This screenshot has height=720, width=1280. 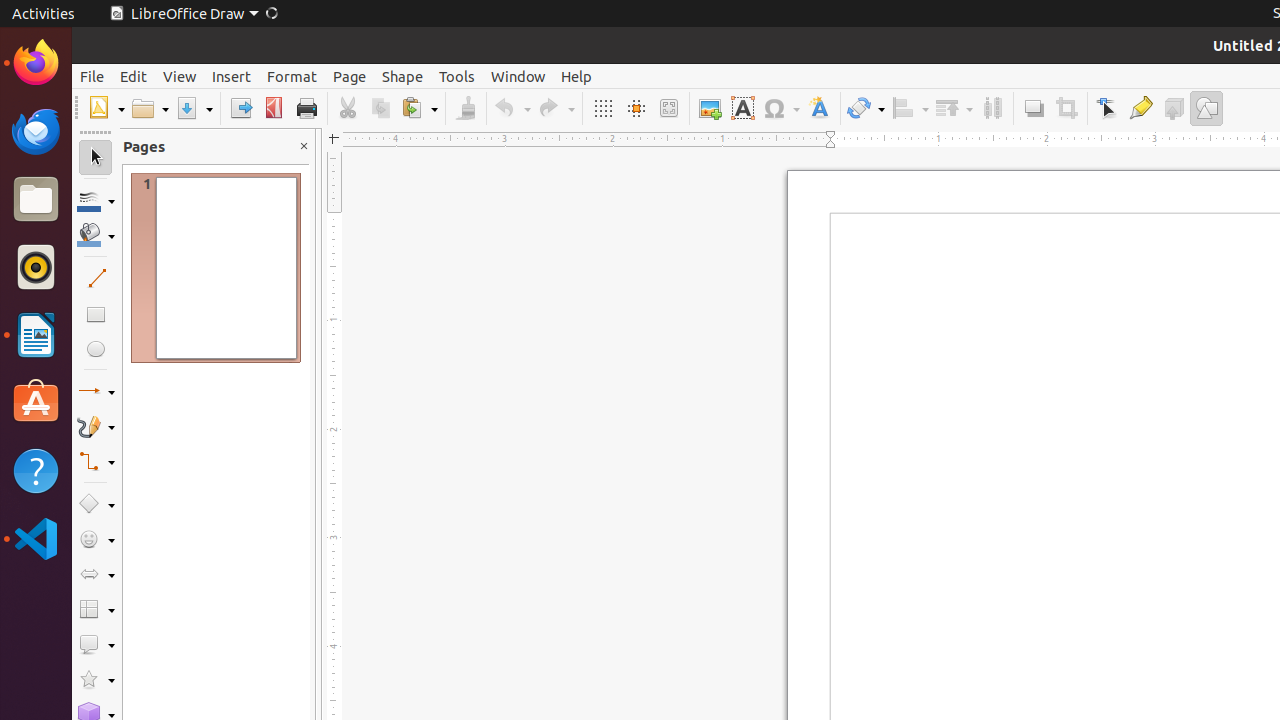 What do you see at coordinates (1140, 108) in the screenshot?
I see `'Glue Points'` at bounding box center [1140, 108].